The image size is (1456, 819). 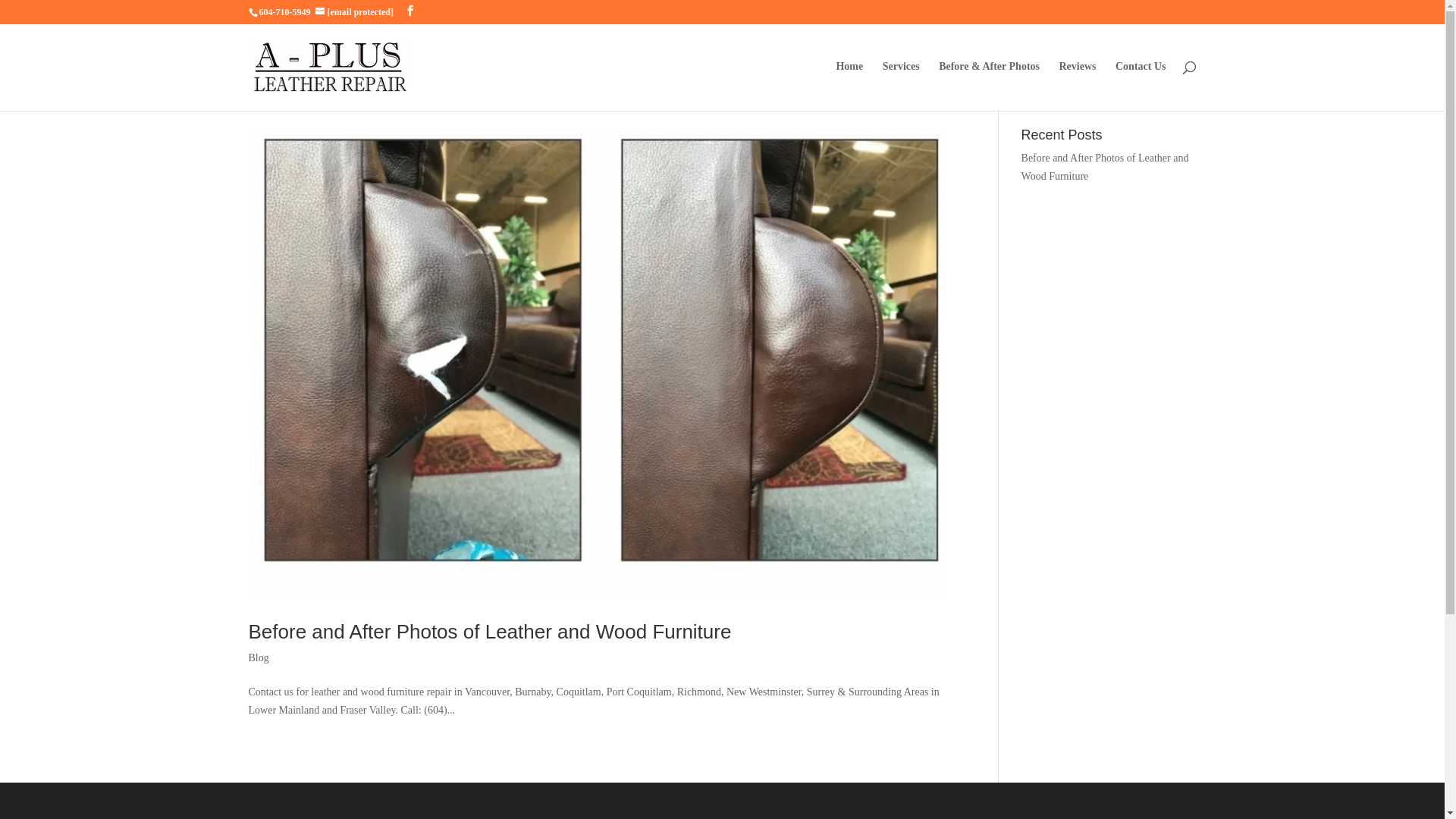 I want to click on 'Services', so click(x=901, y=86).